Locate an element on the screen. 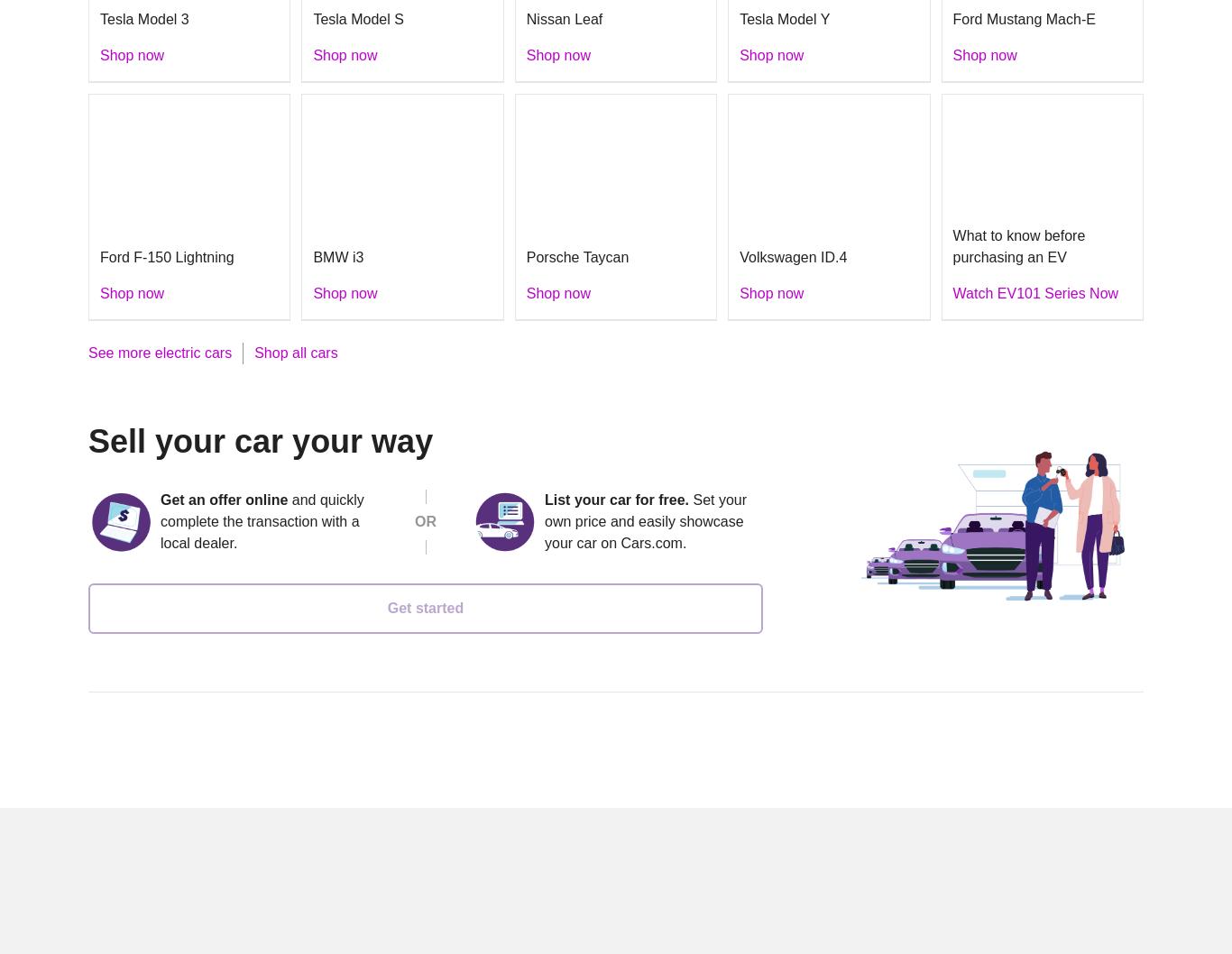 The image size is (1232, 954). 'BMW i3' is located at coordinates (336, 255).